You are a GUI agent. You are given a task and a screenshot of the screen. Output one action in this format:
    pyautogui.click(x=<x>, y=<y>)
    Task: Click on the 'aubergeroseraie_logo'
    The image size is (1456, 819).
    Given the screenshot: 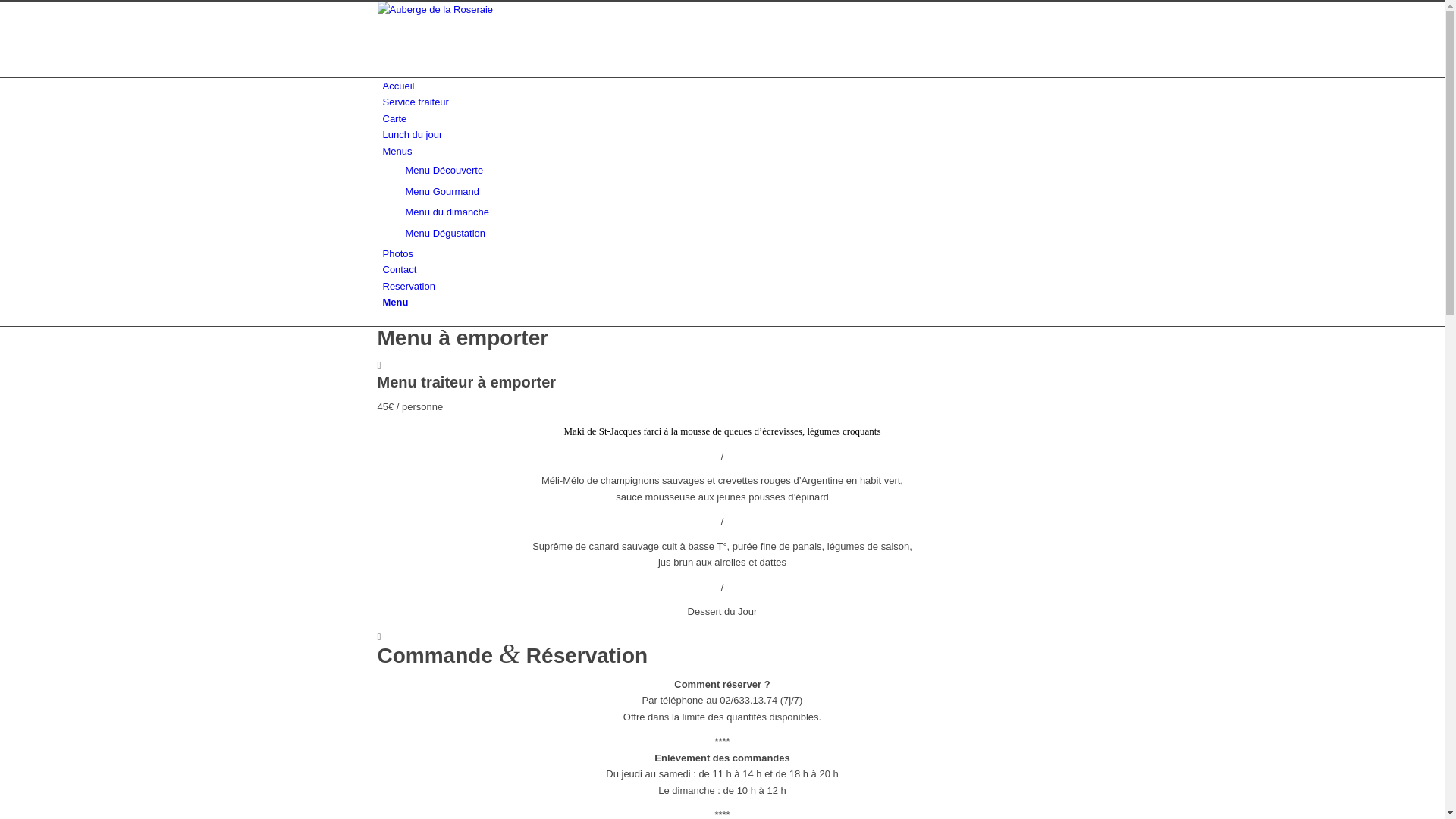 What is the action you would take?
    pyautogui.click(x=378, y=9)
    